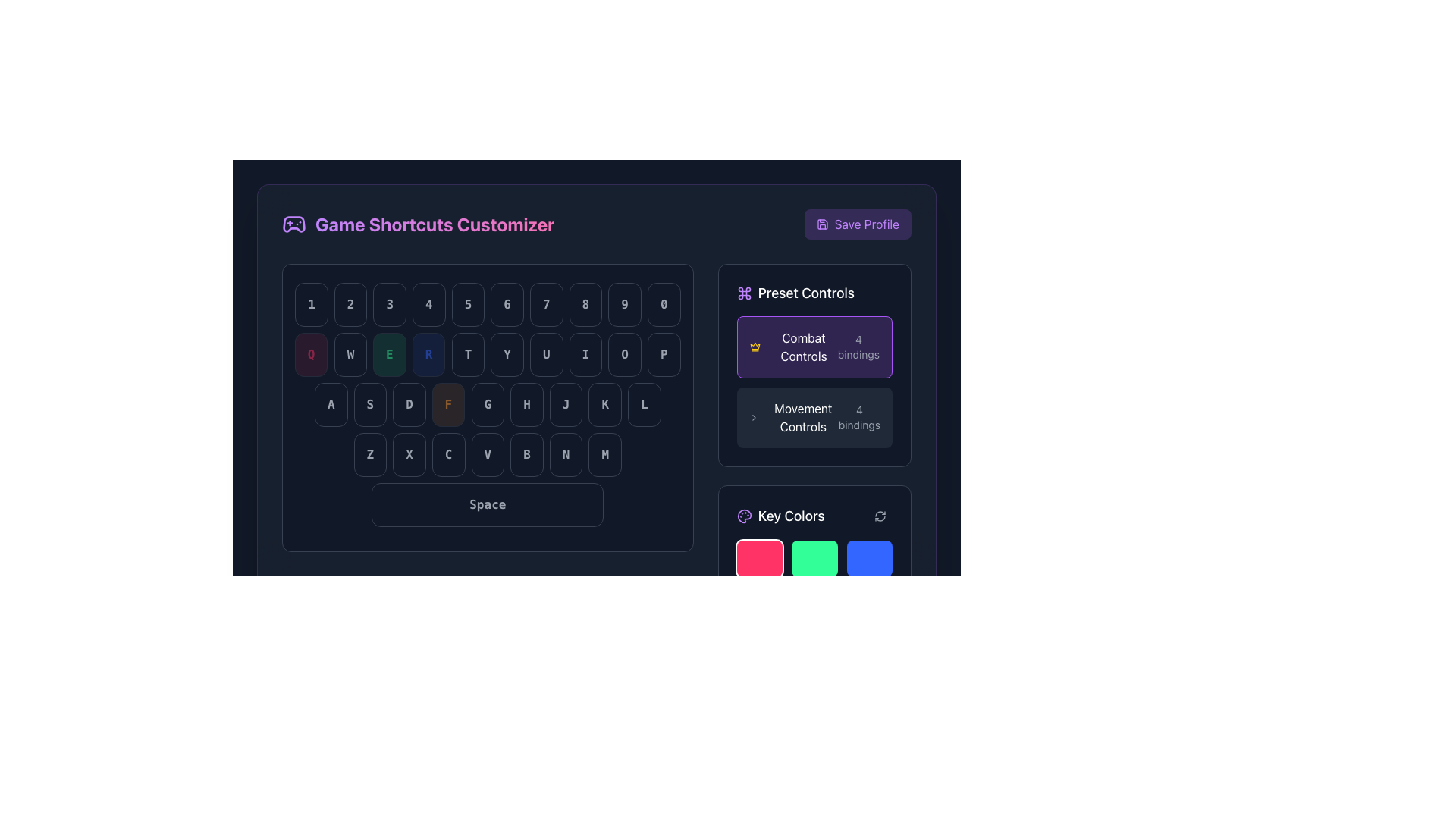  Describe the element at coordinates (814, 347) in the screenshot. I see `the rectangular button with a rounded border, featuring a purple background, crown icon, and text 'Combat Controls'` at that location.